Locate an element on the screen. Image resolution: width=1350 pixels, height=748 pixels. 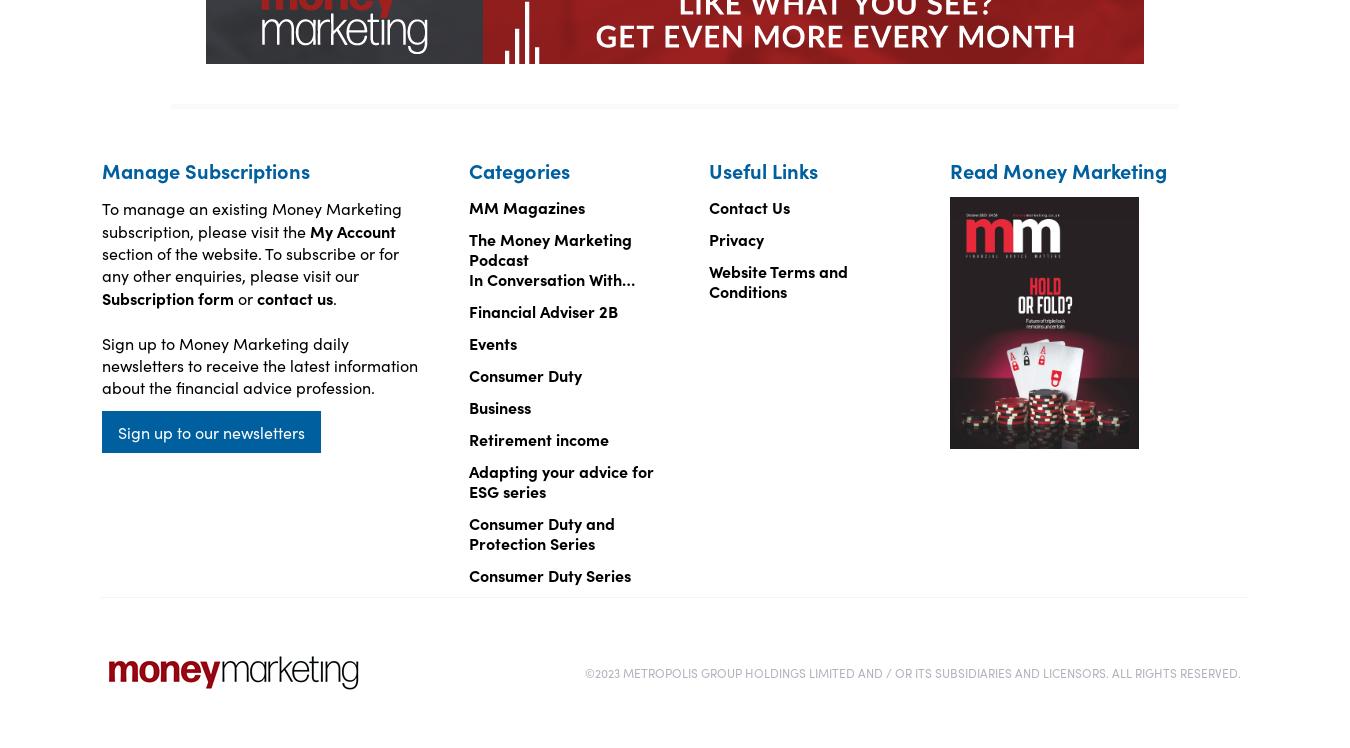
'Events' is located at coordinates (492, 342).